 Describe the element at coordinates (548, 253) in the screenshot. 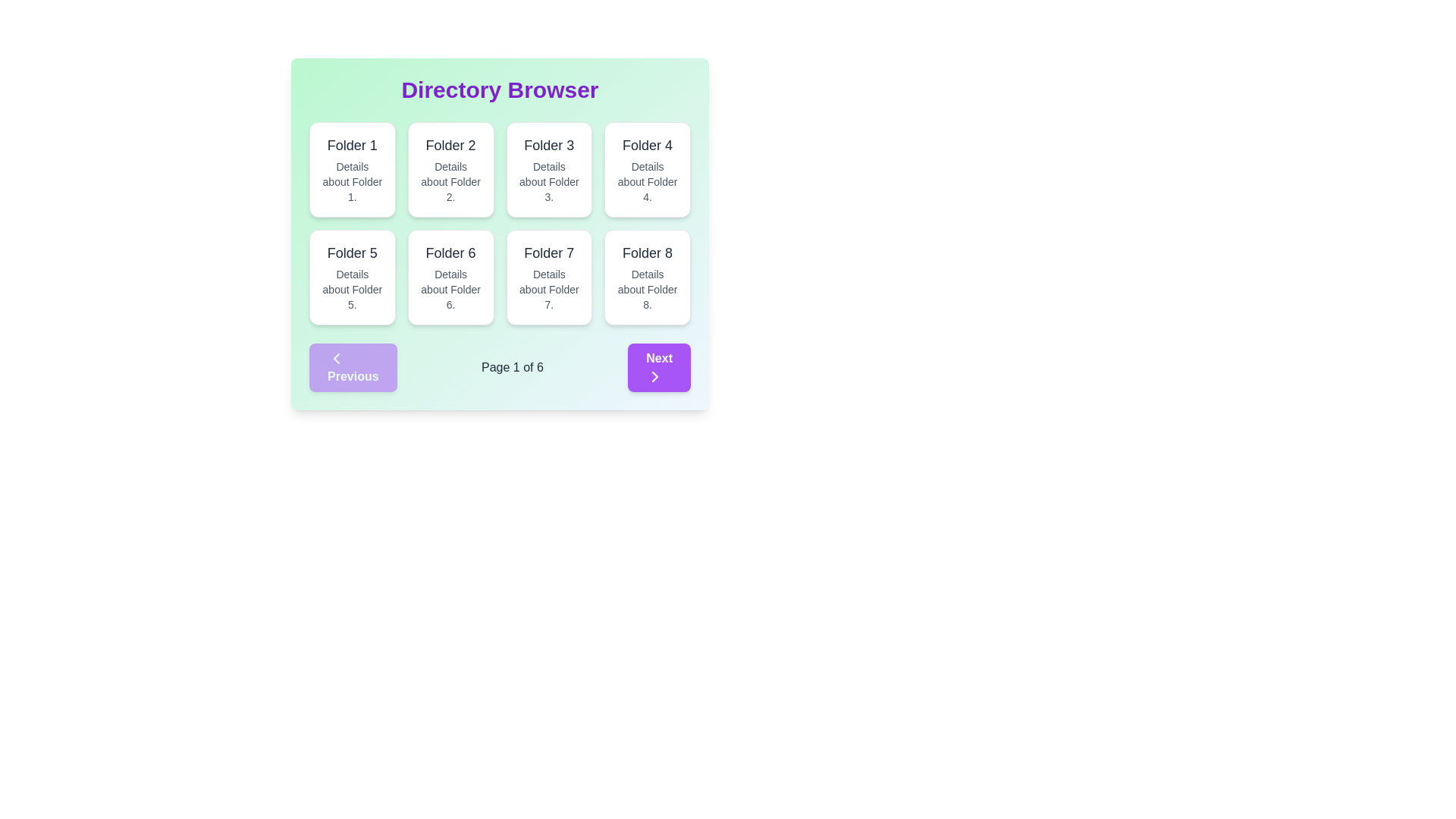

I see `the text label displaying 'Folder 7' located at the center of the third card in the second row of the folder card grid` at that location.